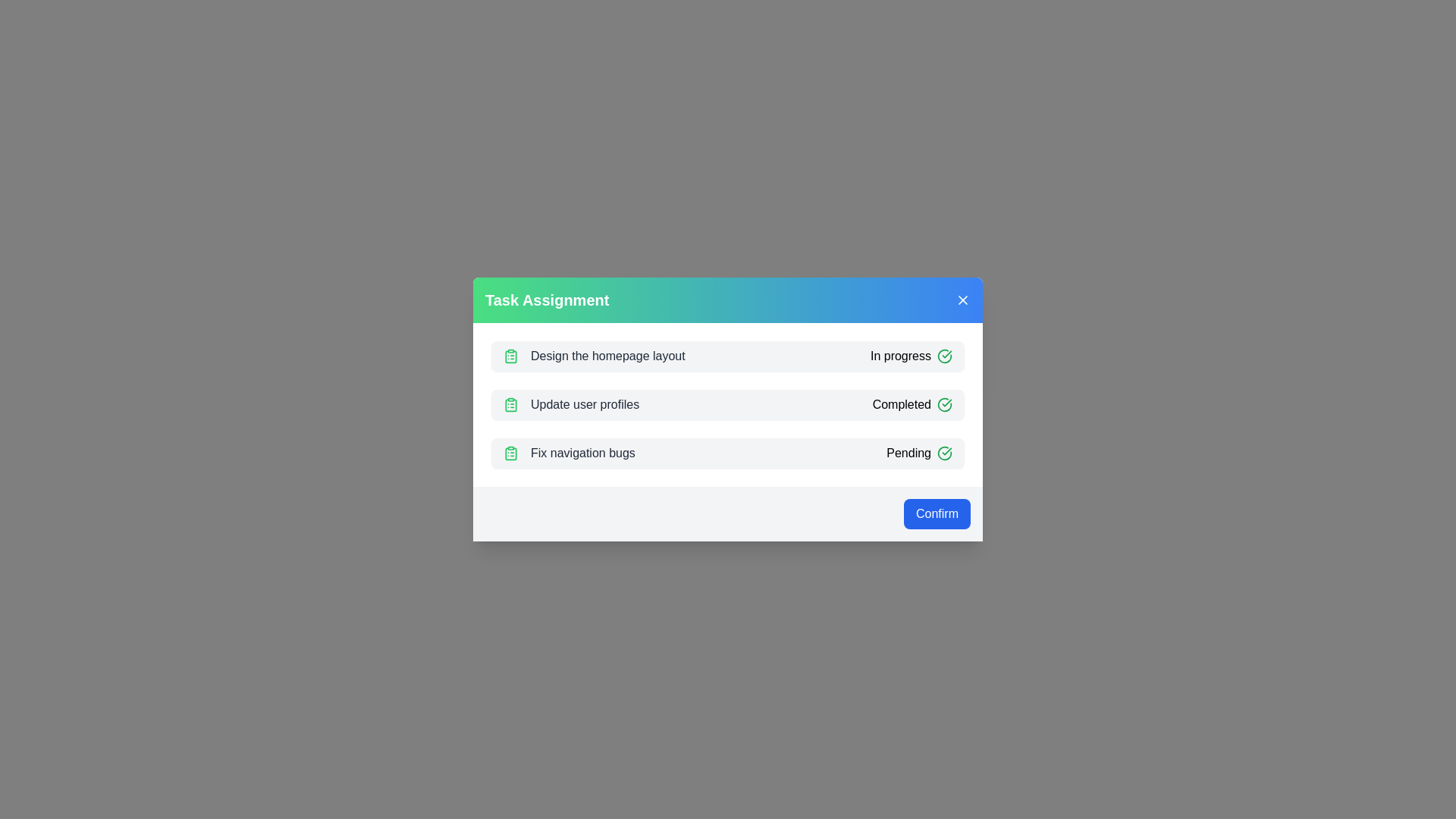 The image size is (1456, 819). What do you see at coordinates (570, 403) in the screenshot?
I see `the text label stating 'Update user profiles' with the green clipboard icon to its left` at bounding box center [570, 403].